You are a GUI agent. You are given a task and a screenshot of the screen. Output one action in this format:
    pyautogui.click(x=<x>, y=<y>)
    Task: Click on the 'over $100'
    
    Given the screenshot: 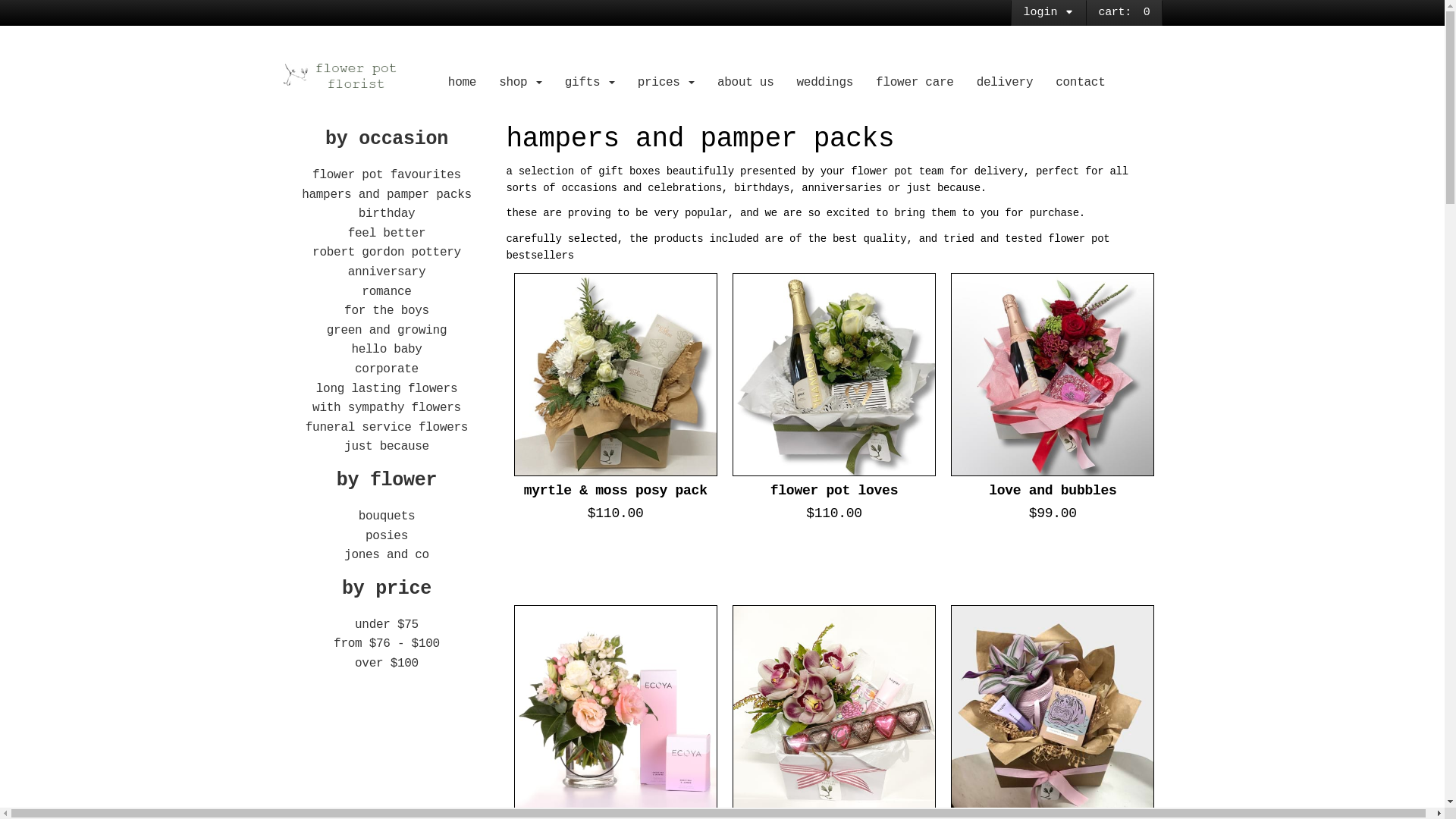 What is the action you would take?
    pyautogui.click(x=386, y=663)
    